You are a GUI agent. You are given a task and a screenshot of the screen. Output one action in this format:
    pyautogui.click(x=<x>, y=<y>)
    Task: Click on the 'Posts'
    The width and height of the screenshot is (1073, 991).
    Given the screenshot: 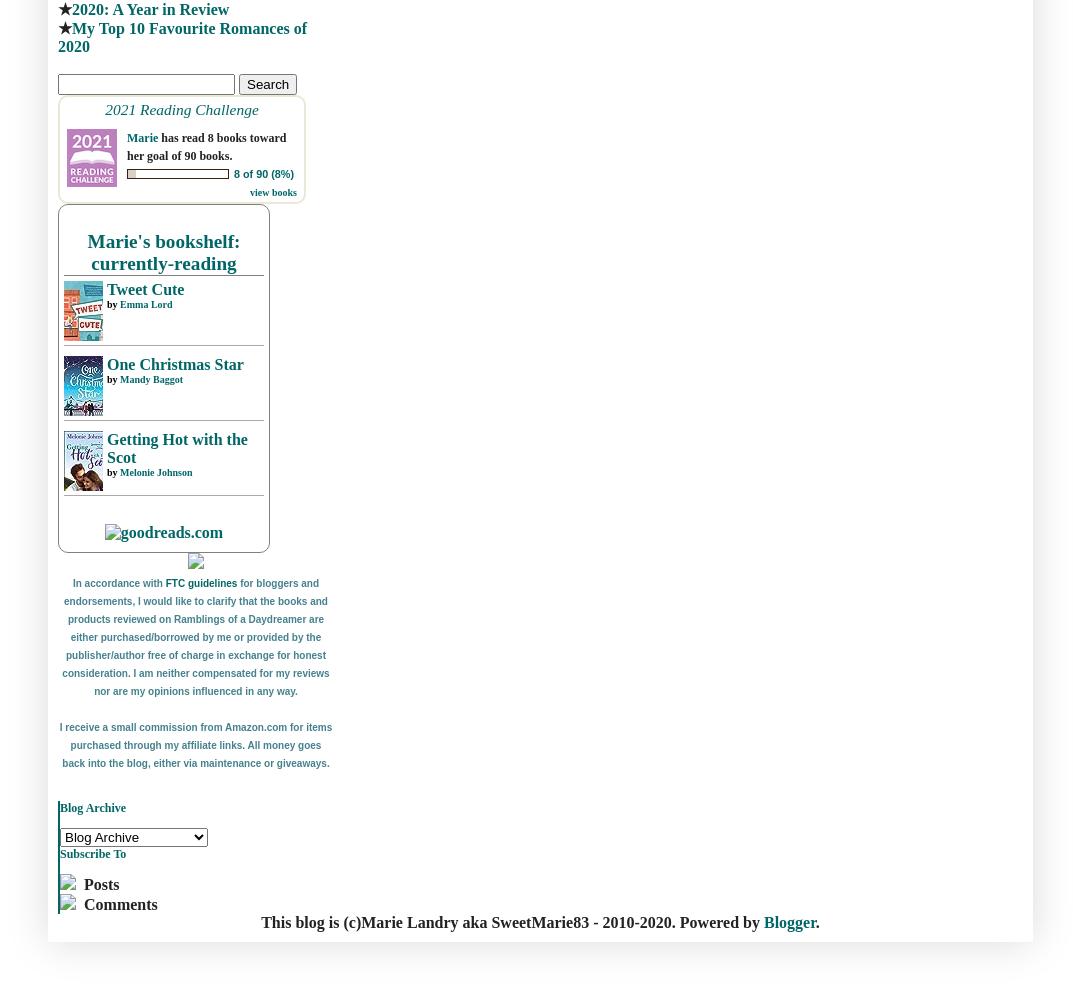 What is the action you would take?
    pyautogui.click(x=99, y=884)
    